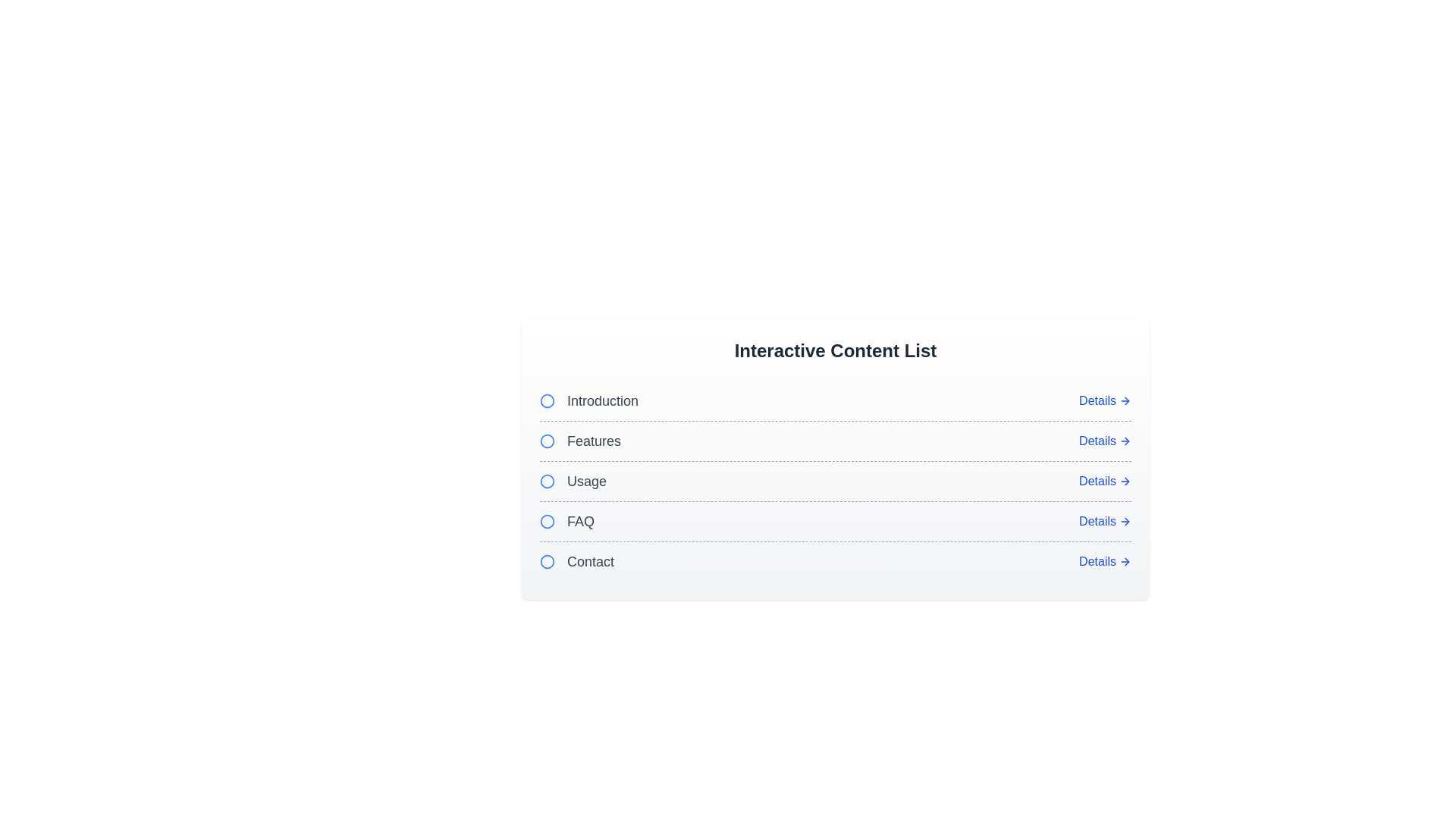  What do you see at coordinates (546, 482) in the screenshot?
I see `the blue outlined circular icon located next to the text 'Usage' in the vertical list of items` at bounding box center [546, 482].